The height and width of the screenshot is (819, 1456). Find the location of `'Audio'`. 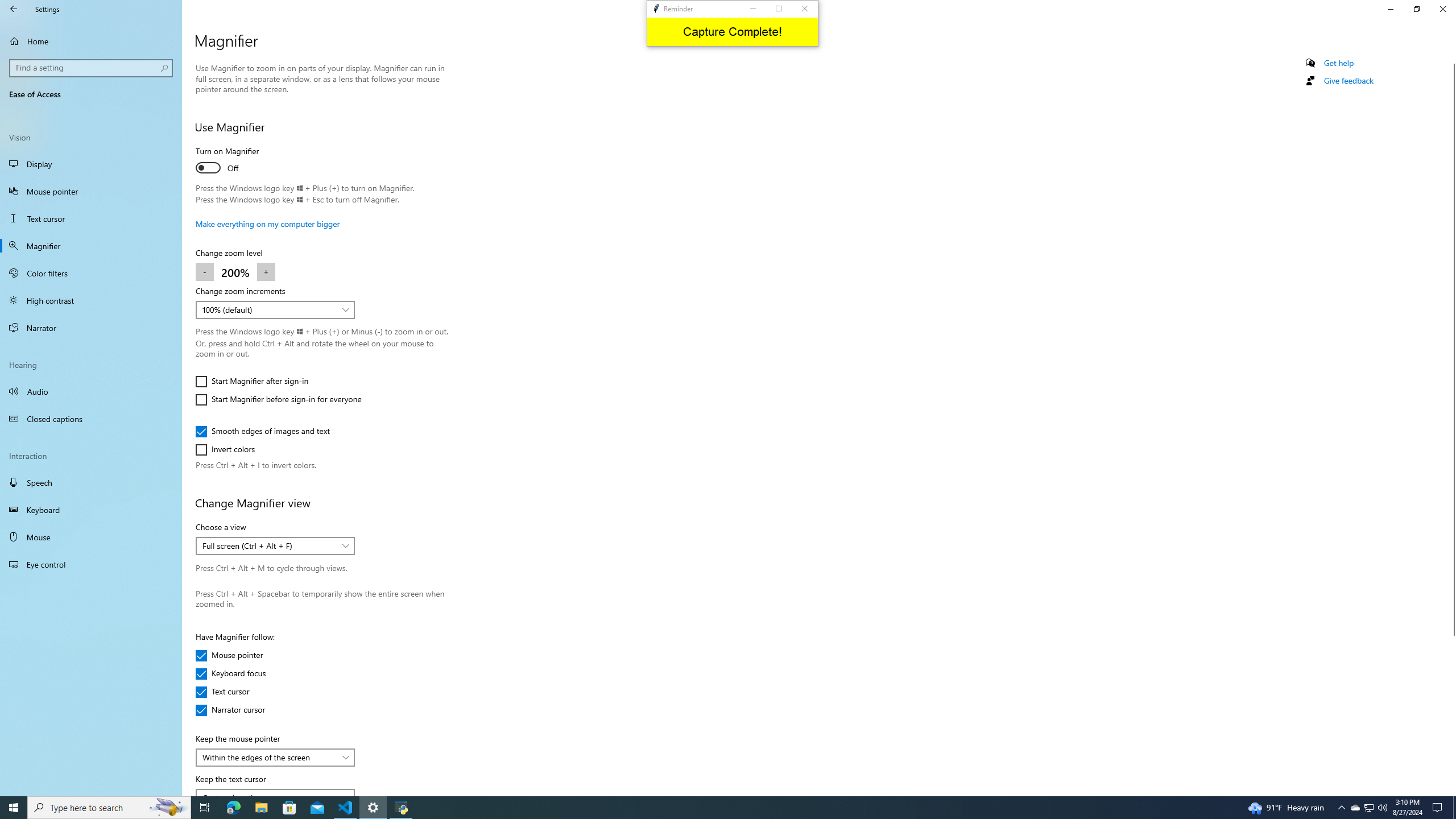

'Audio' is located at coordinates (90, 390).